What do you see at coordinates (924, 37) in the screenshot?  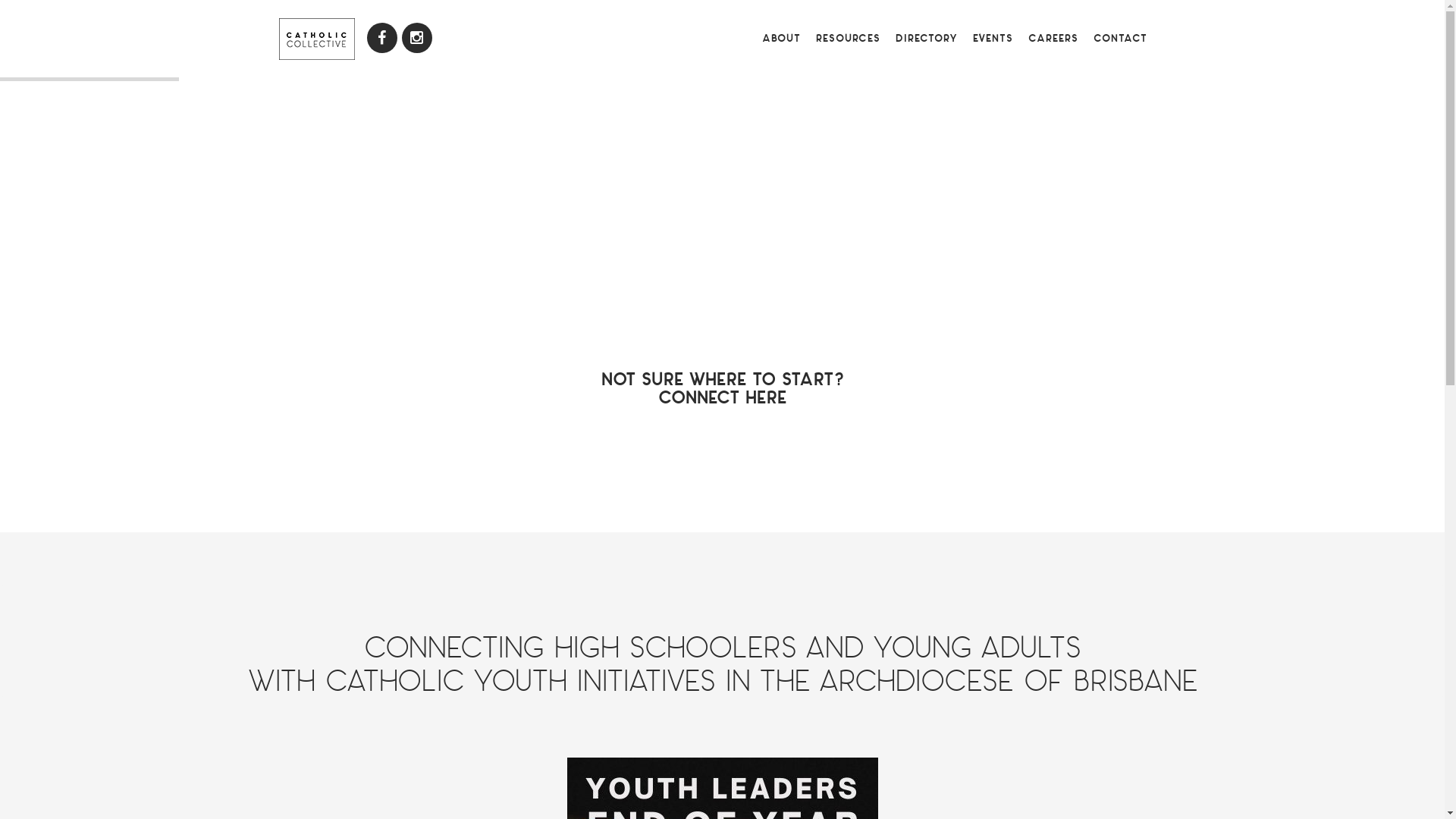 I see `'DIRECTORY'` at bounding box center [924, 37].